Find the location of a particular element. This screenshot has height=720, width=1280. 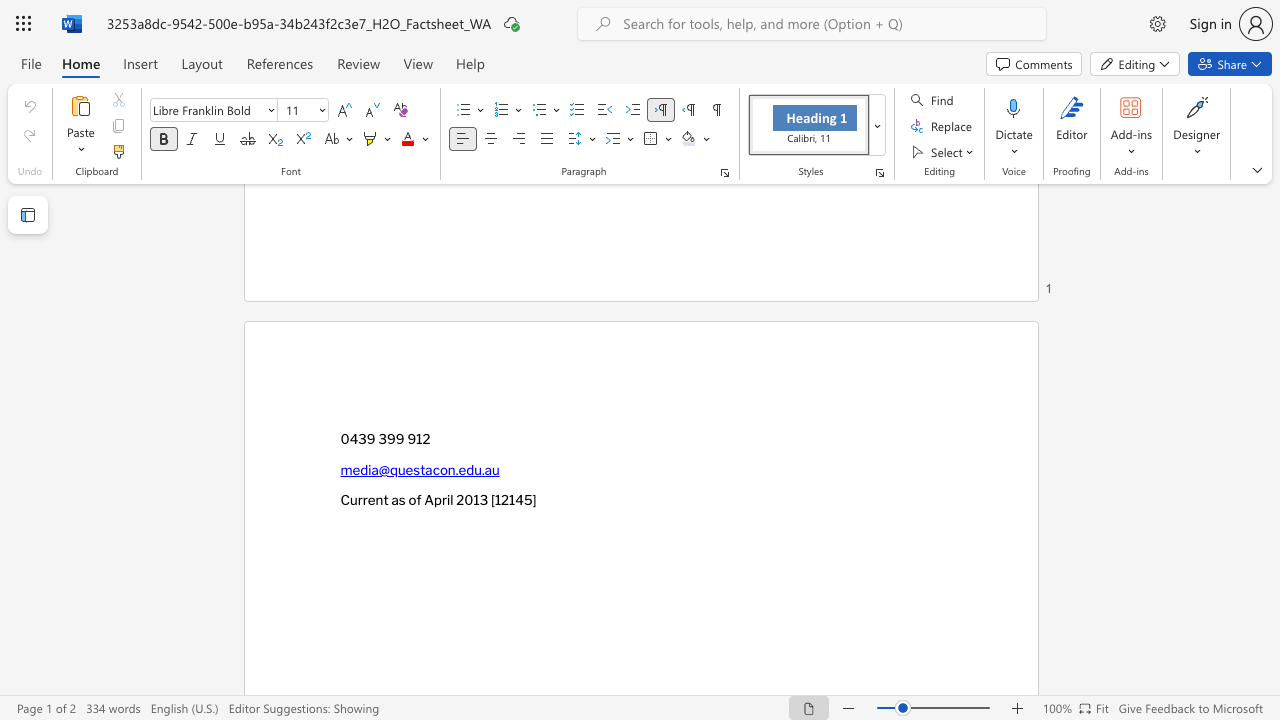

the subset text "39 399 9" within the text "0439 399 912" is located at coordinates (358, 438).